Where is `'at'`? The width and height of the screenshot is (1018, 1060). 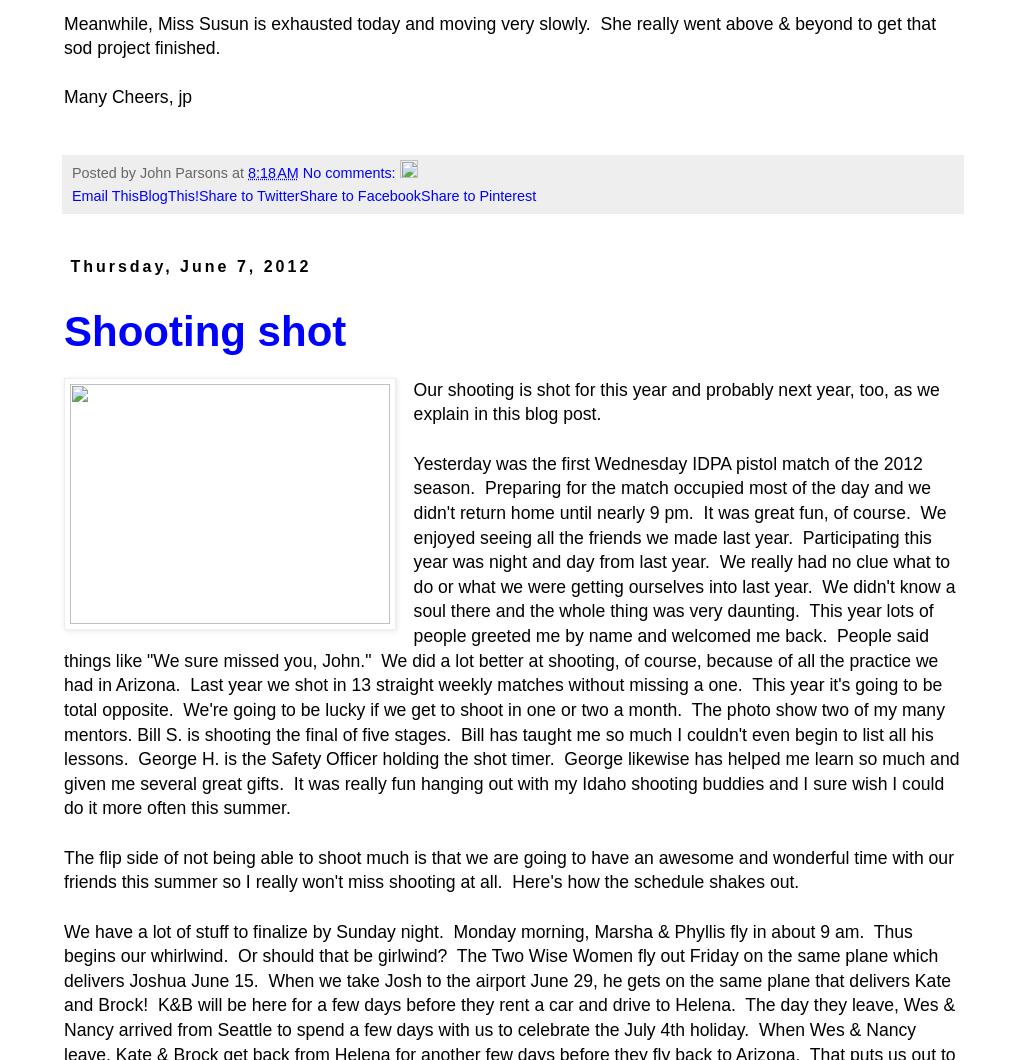 'at' is located at coordinates (231, 171).